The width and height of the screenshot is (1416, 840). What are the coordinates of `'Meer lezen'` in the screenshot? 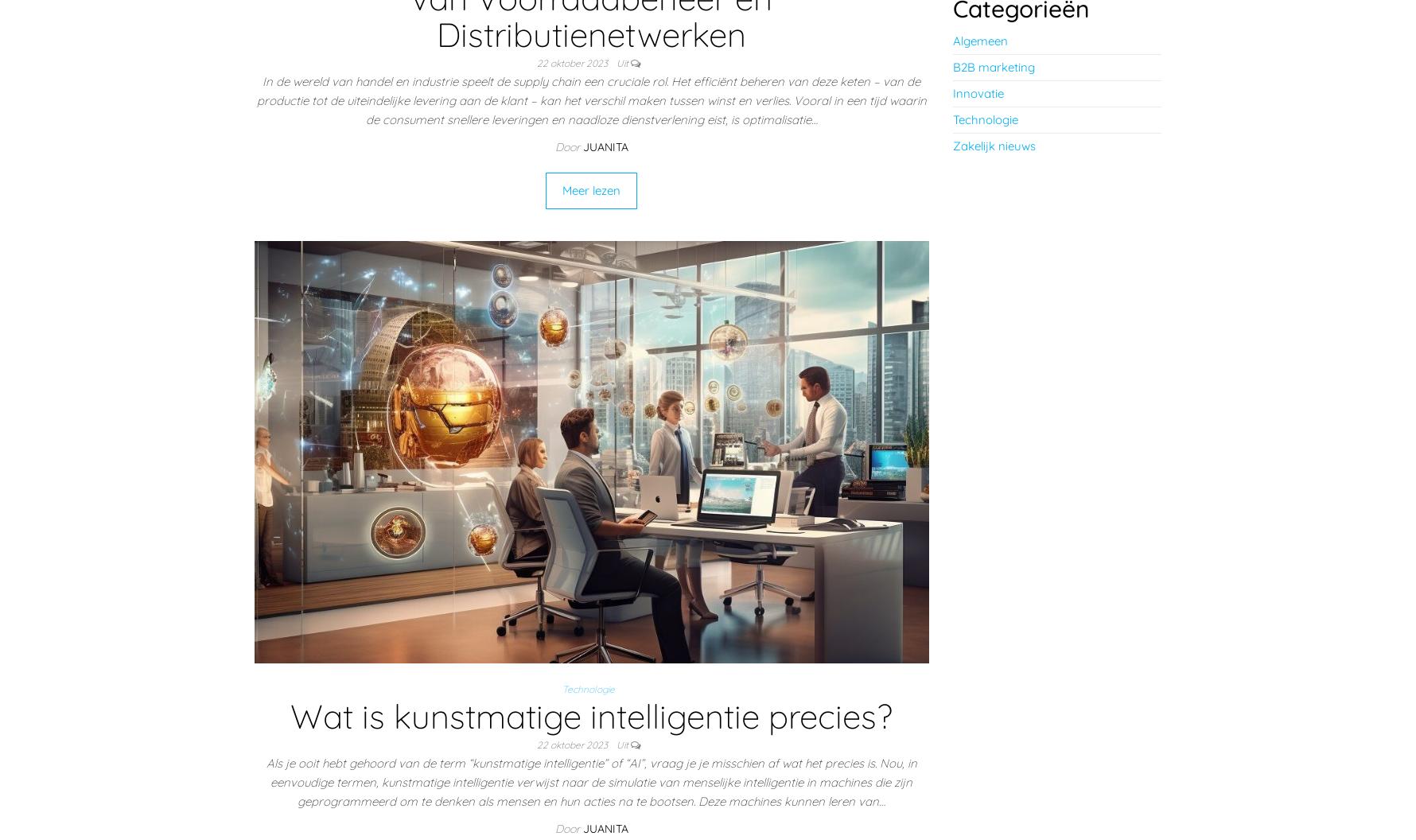 It's located at (591, 189).